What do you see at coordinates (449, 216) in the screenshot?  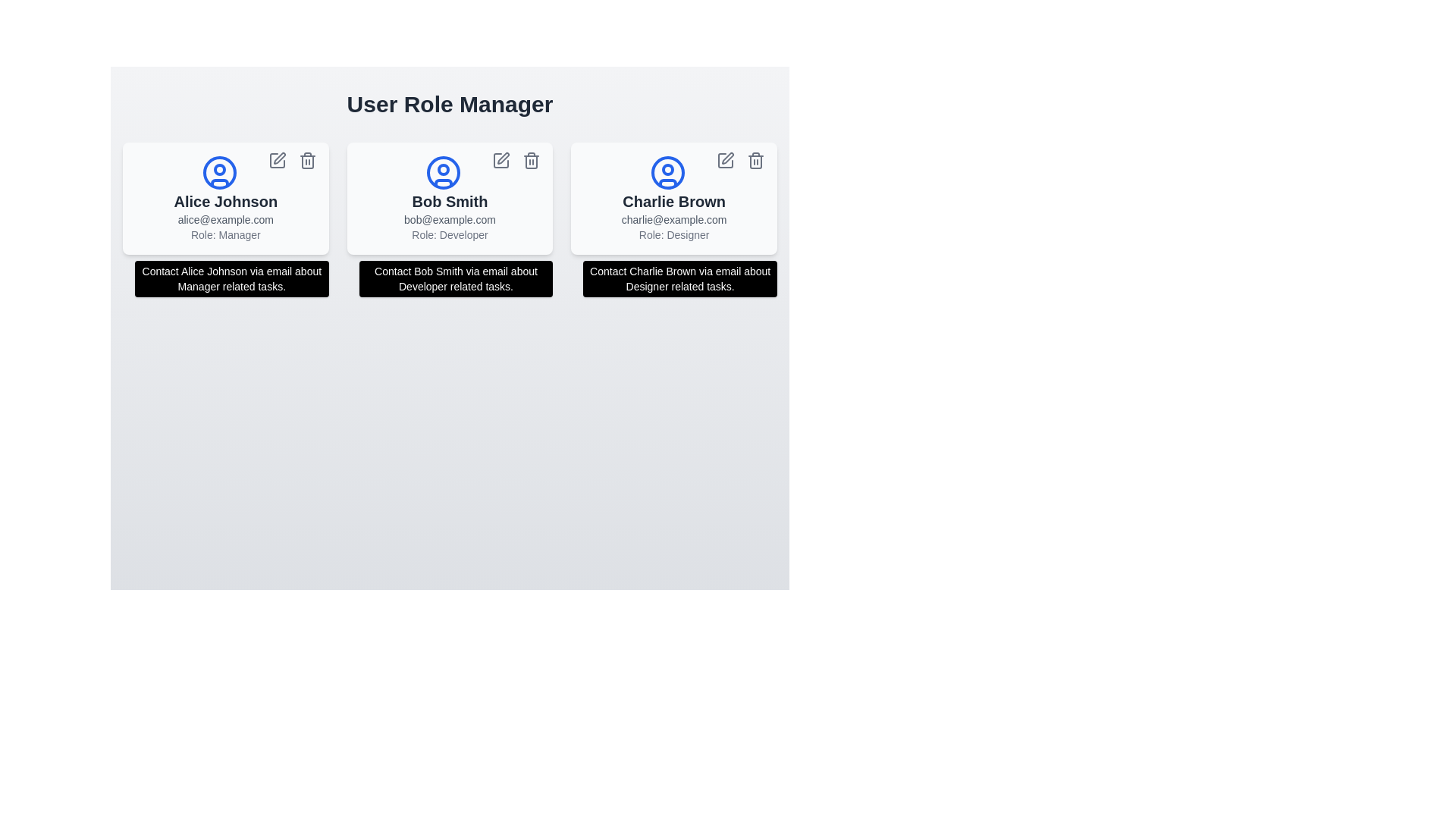 I see `the displayed information in the Text Display element that shows 'Bob Smith', 'bob@example.com', and 'Role: Developer'` at bounding box center [449, 216].